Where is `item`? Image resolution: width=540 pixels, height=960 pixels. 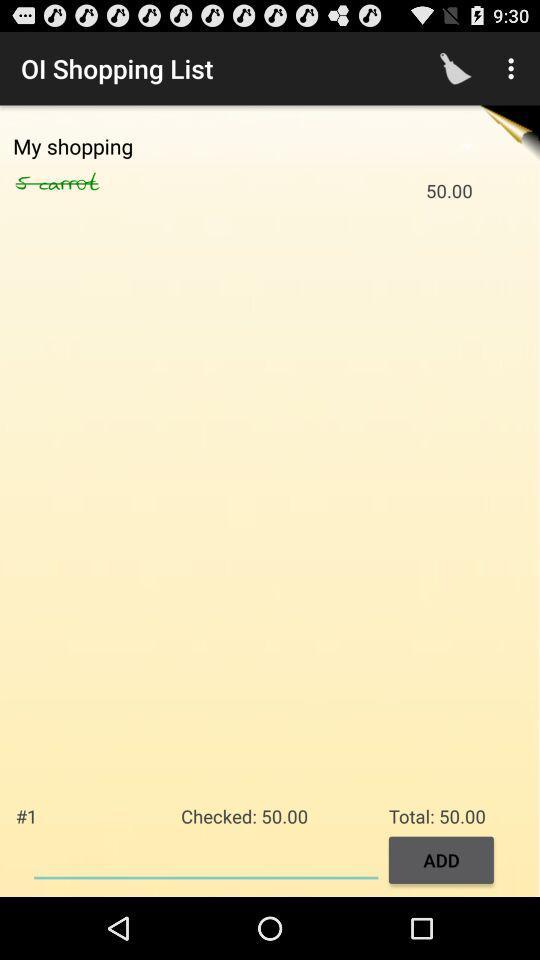
item is located at coordinates (205, 857).